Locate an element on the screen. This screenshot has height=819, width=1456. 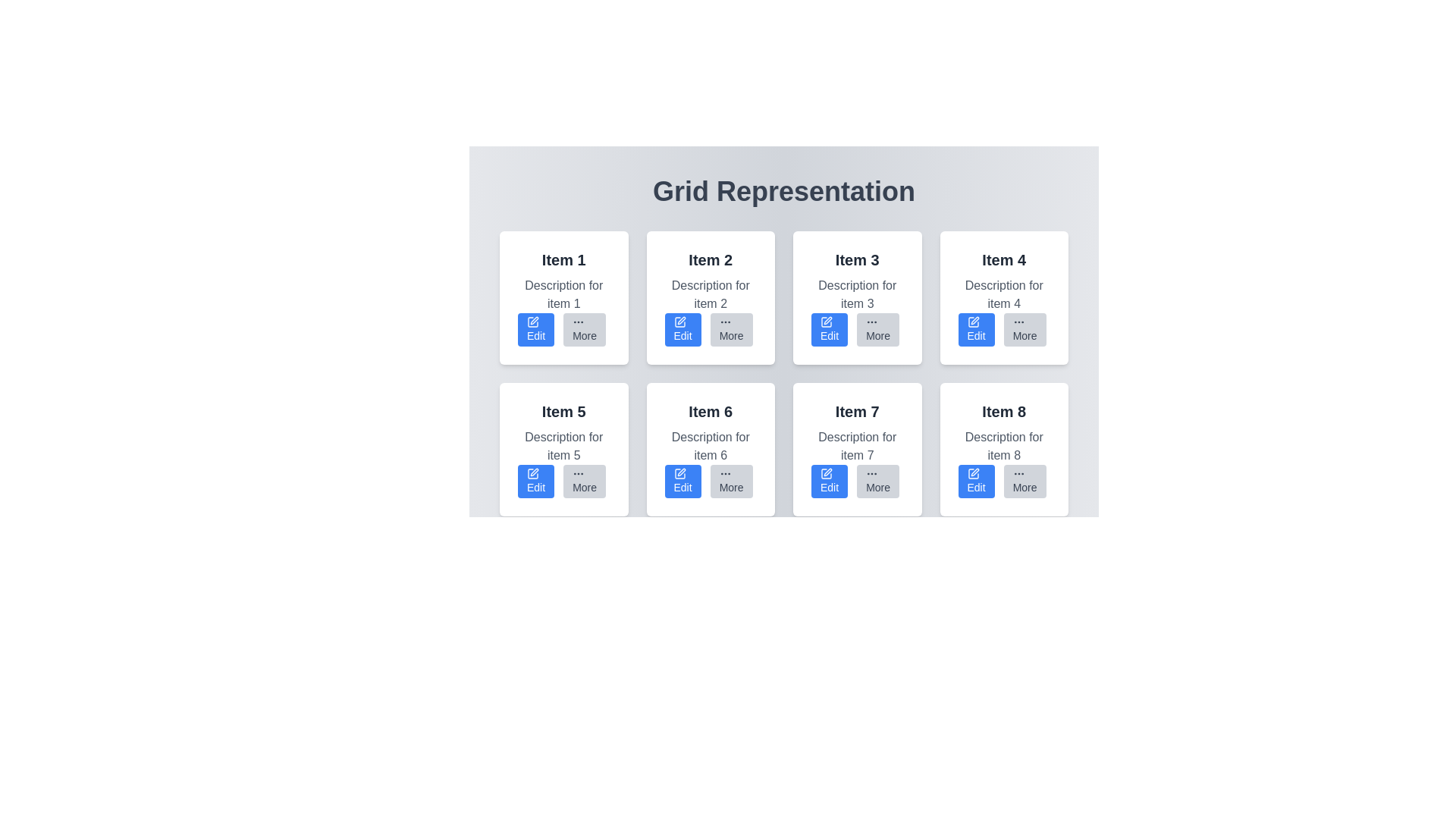
the pen icon located is located at coordinates (827, 472).